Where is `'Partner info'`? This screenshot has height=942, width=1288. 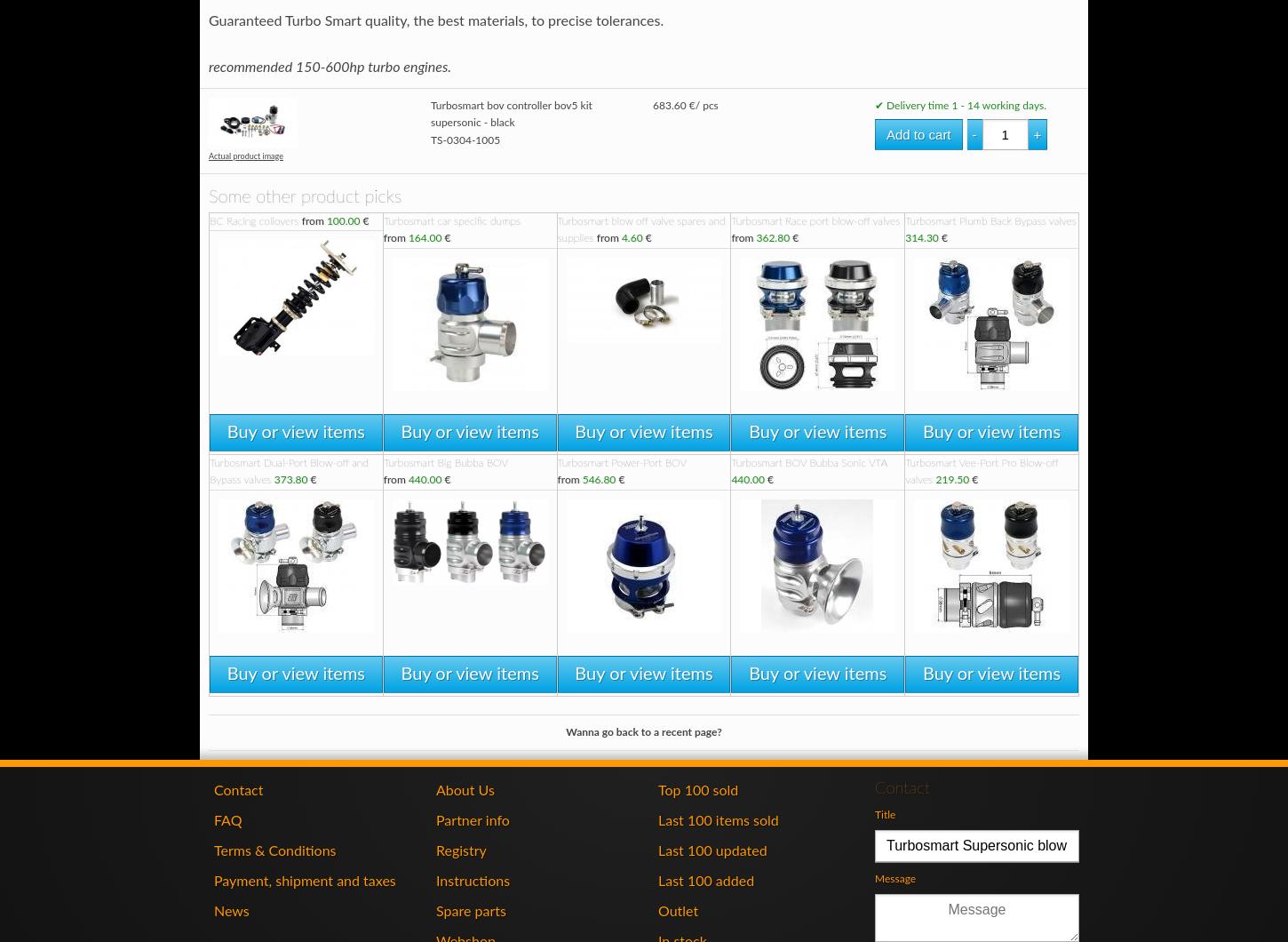 'Partner info' is located at coordinates (473, 821).